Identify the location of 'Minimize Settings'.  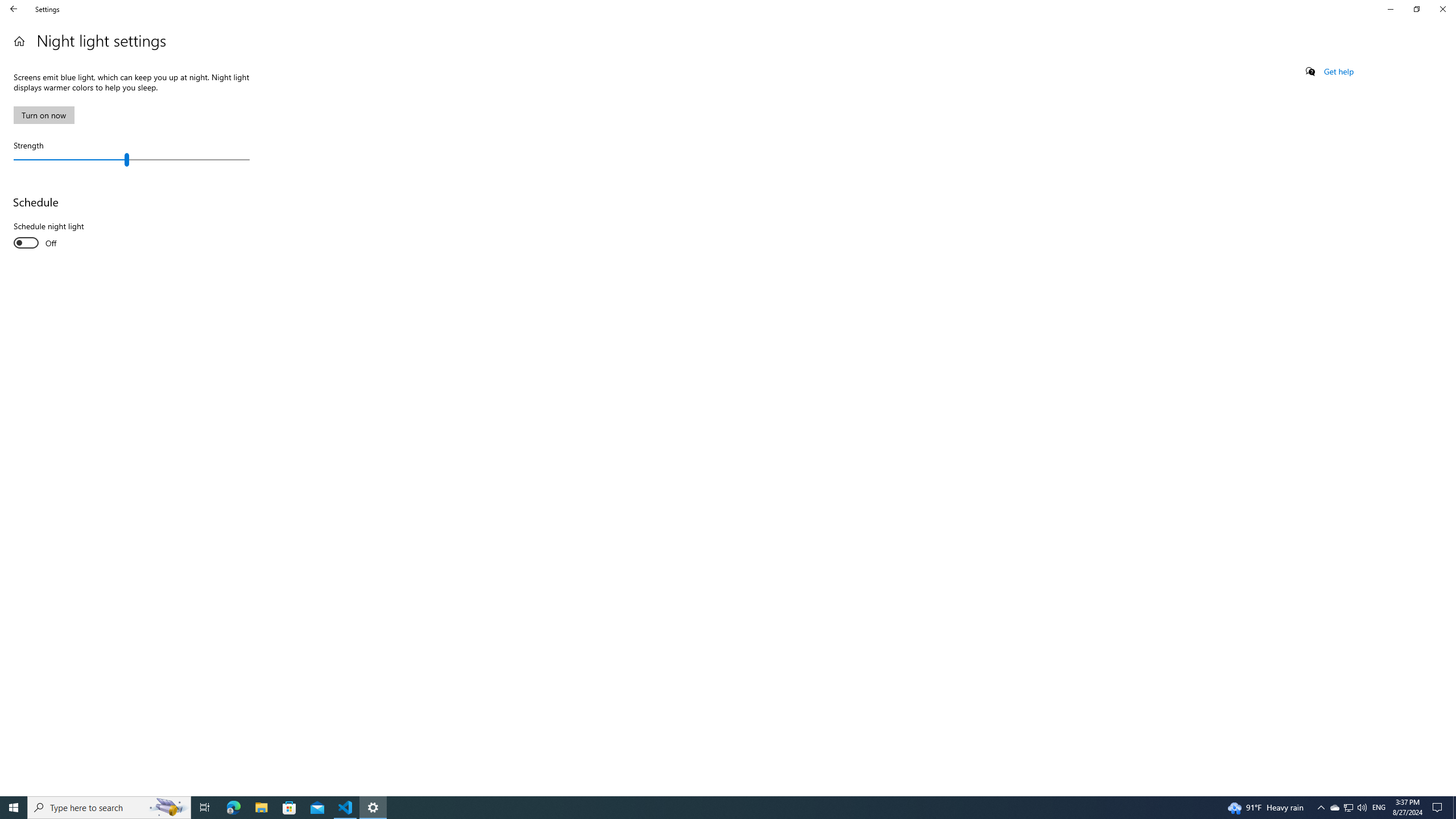
(1389, 9).